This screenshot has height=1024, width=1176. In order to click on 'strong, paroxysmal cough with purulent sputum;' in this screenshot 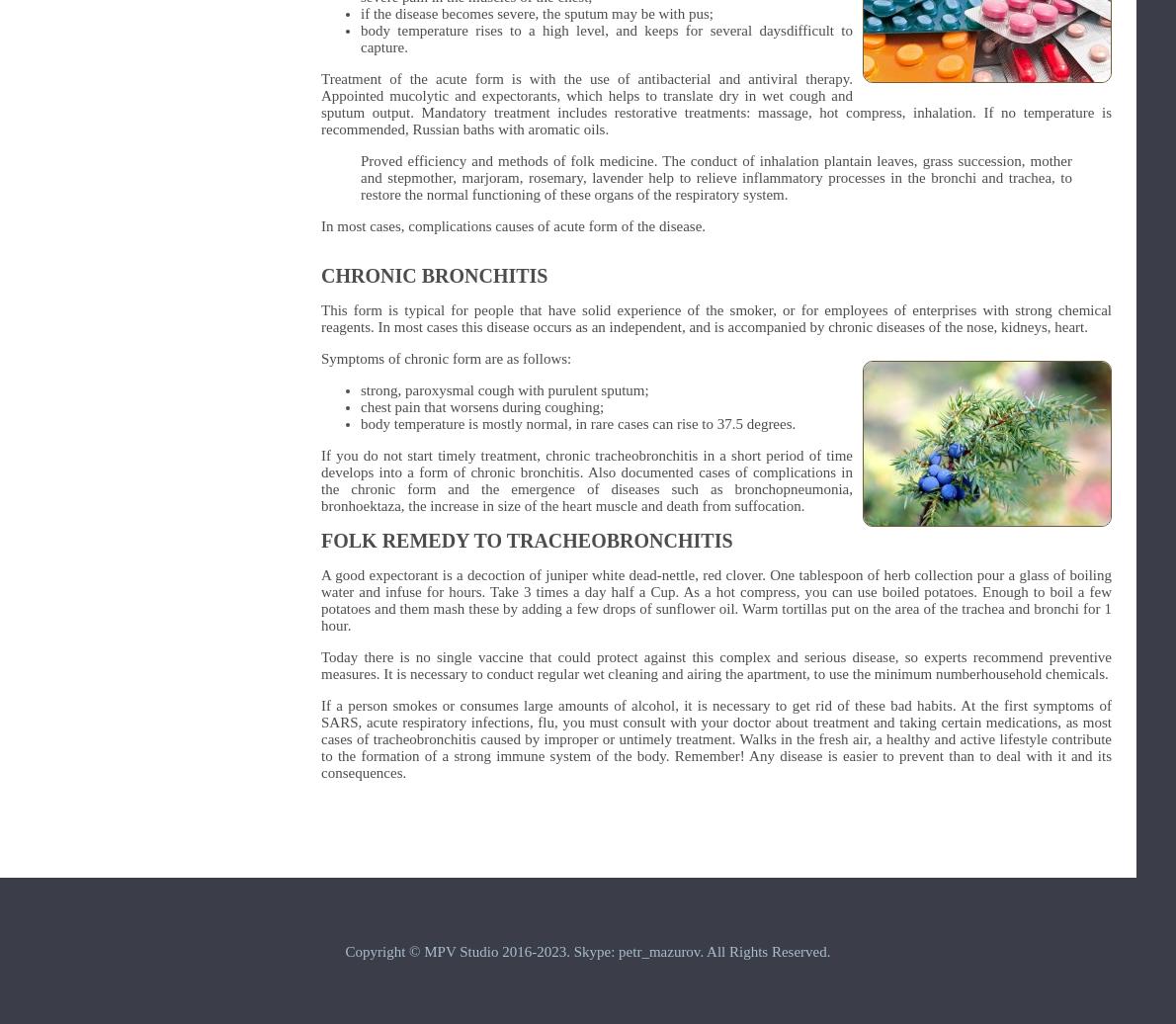, I will do `click(504, 390)`.